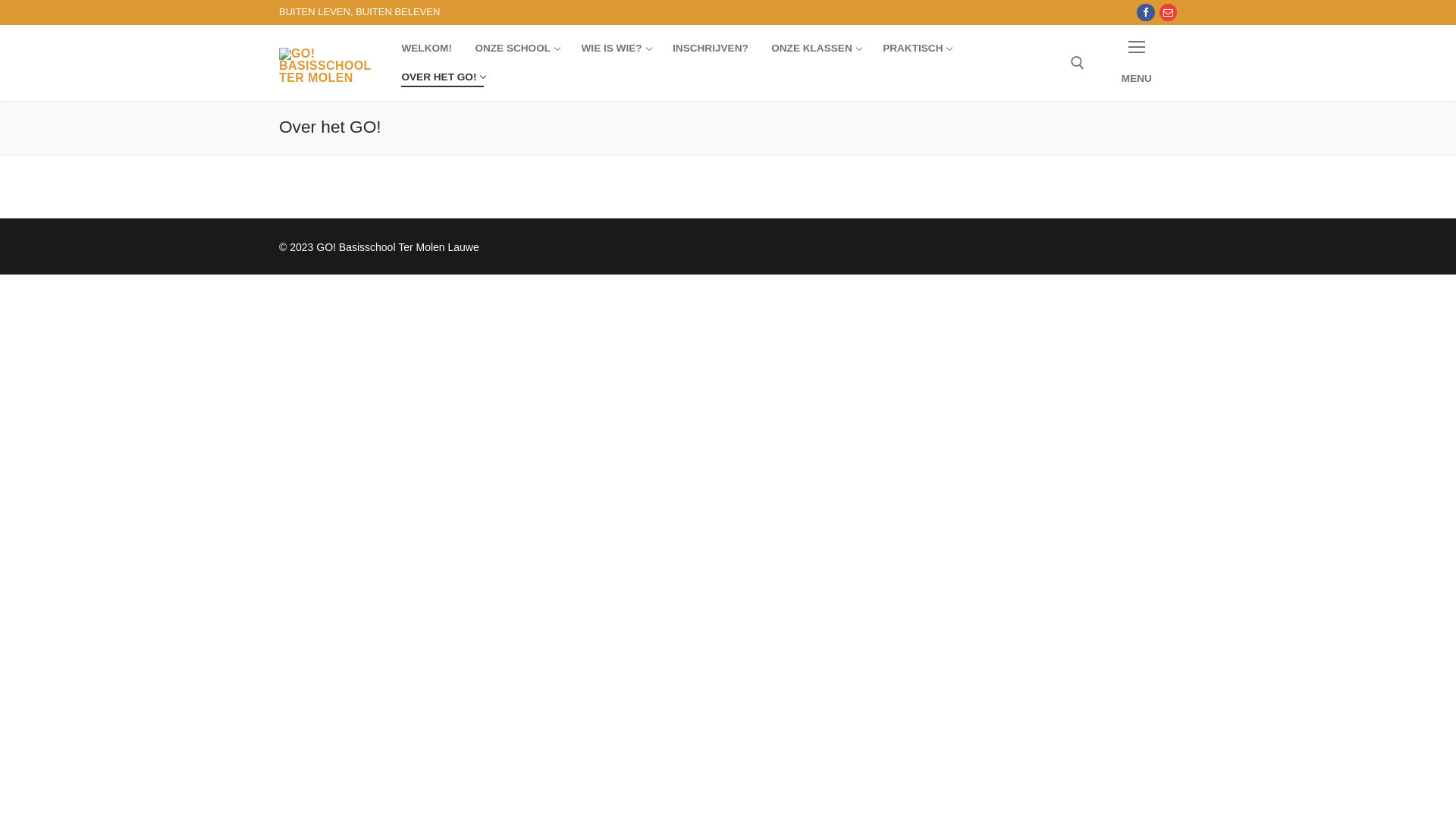 Image resolution: width=1456 pixels, height=819 pixels. Describe the element at coordinates (425, 48) in the screenshot. I see `'WELKOM!'` at that location.